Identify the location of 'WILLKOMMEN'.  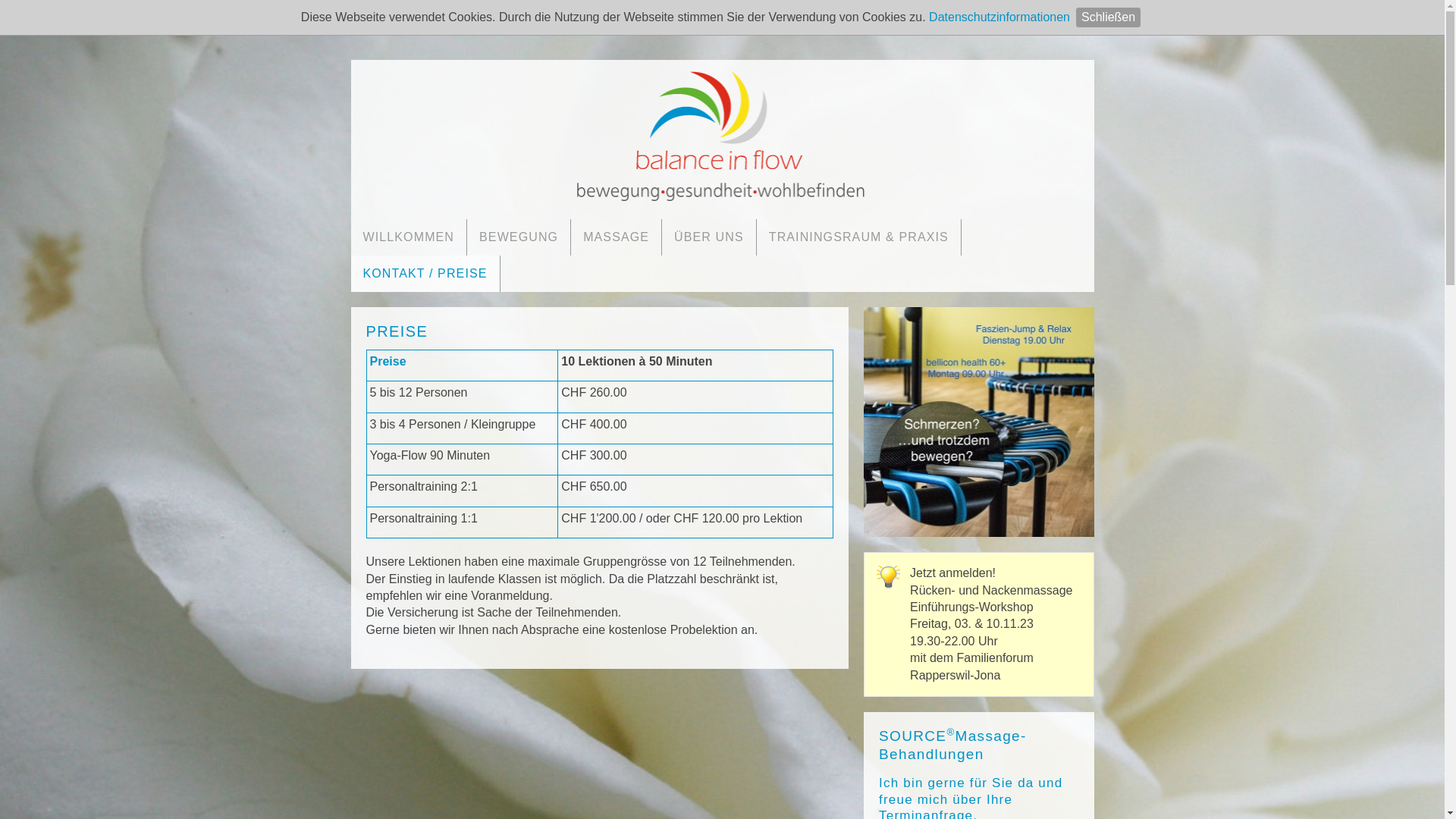
(349, 237).